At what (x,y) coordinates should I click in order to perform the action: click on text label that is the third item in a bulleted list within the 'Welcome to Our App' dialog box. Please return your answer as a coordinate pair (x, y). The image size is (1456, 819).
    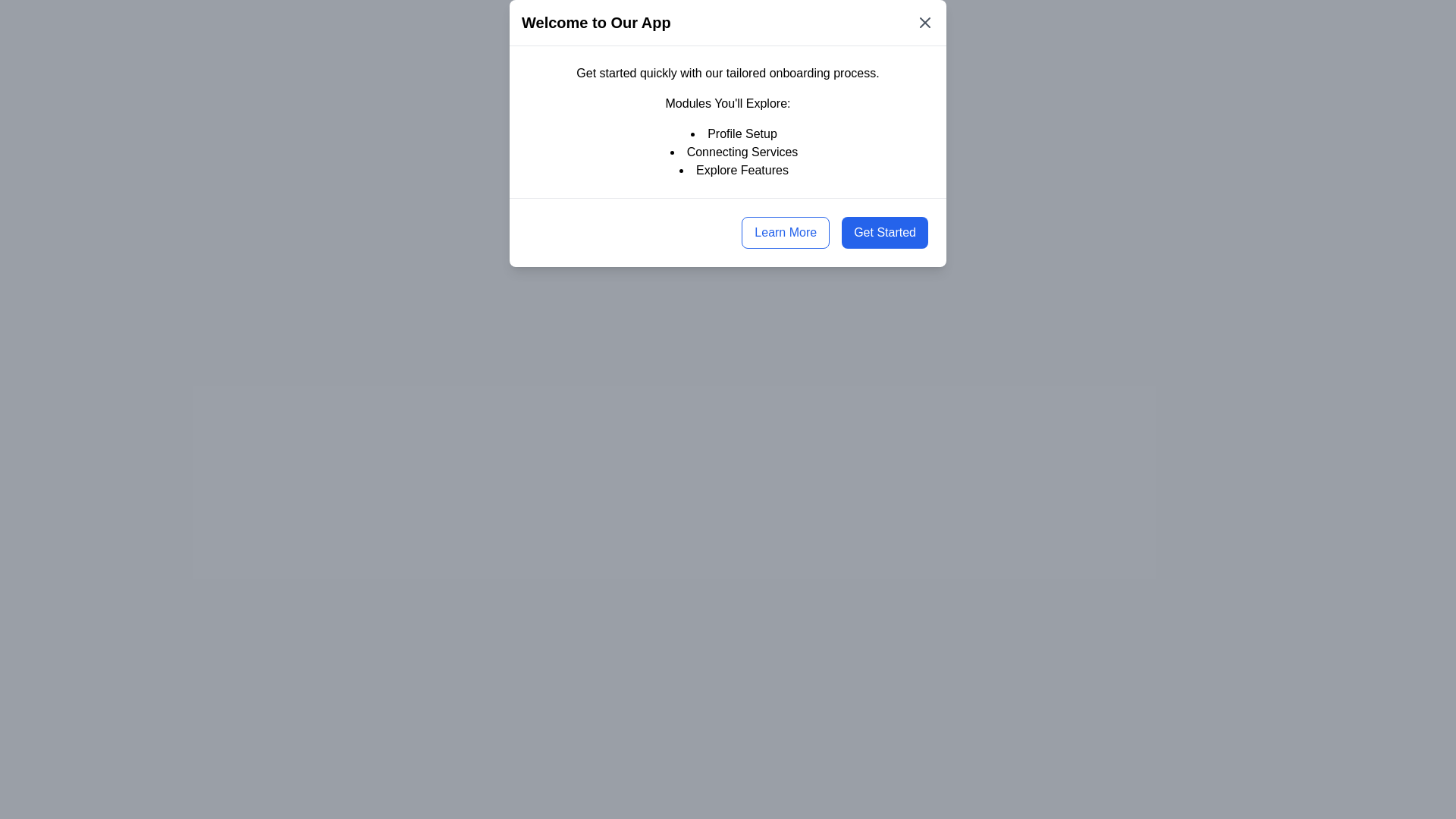
    Looking at the image, I should click on (734, 170).